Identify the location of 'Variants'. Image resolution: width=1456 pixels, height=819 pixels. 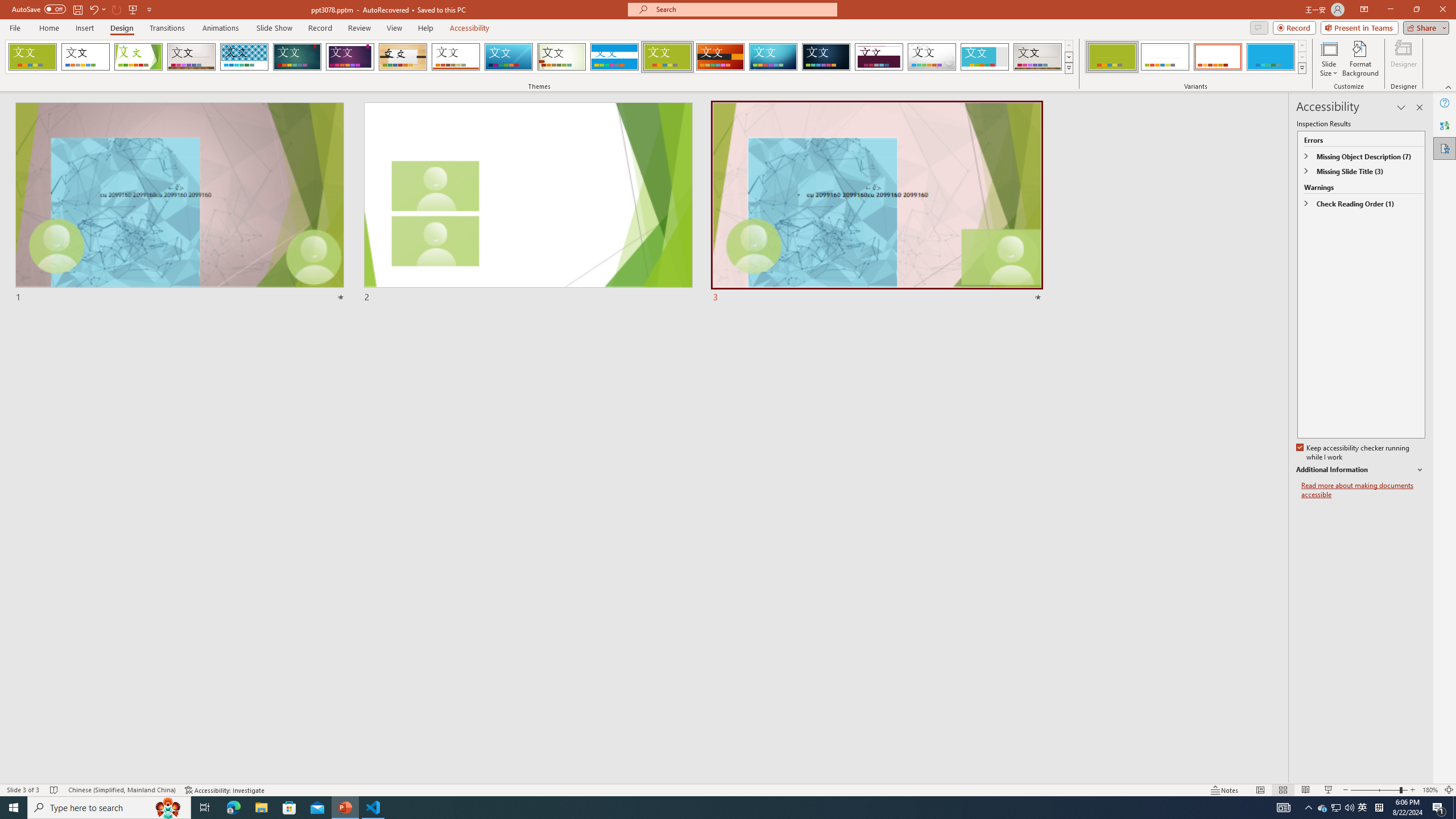
(1301, 67).